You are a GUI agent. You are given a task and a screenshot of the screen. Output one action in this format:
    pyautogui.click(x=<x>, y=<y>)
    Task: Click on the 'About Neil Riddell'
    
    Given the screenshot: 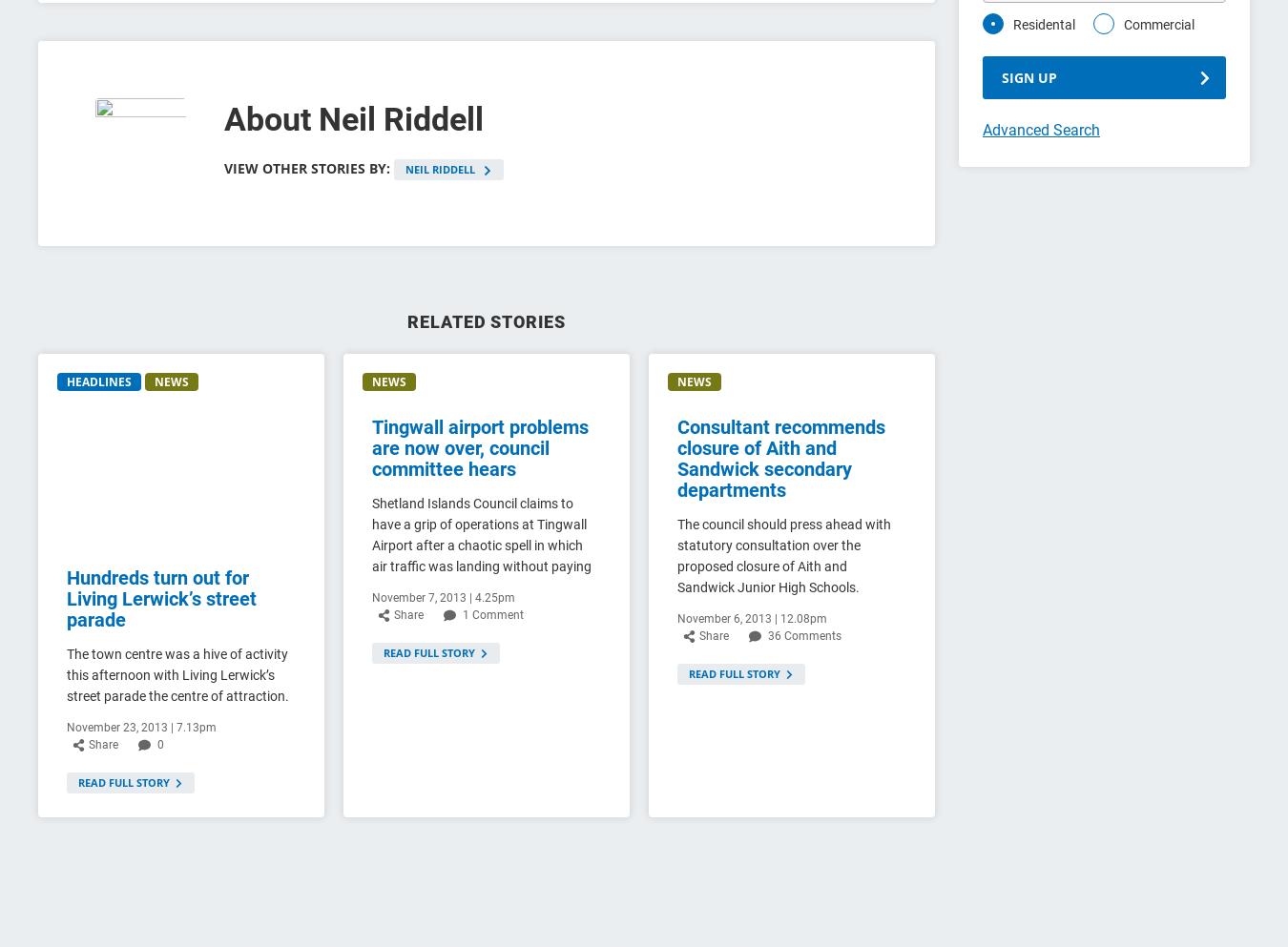 What is the action you would take?
    pyautogui.click(x=223, y=119)
    